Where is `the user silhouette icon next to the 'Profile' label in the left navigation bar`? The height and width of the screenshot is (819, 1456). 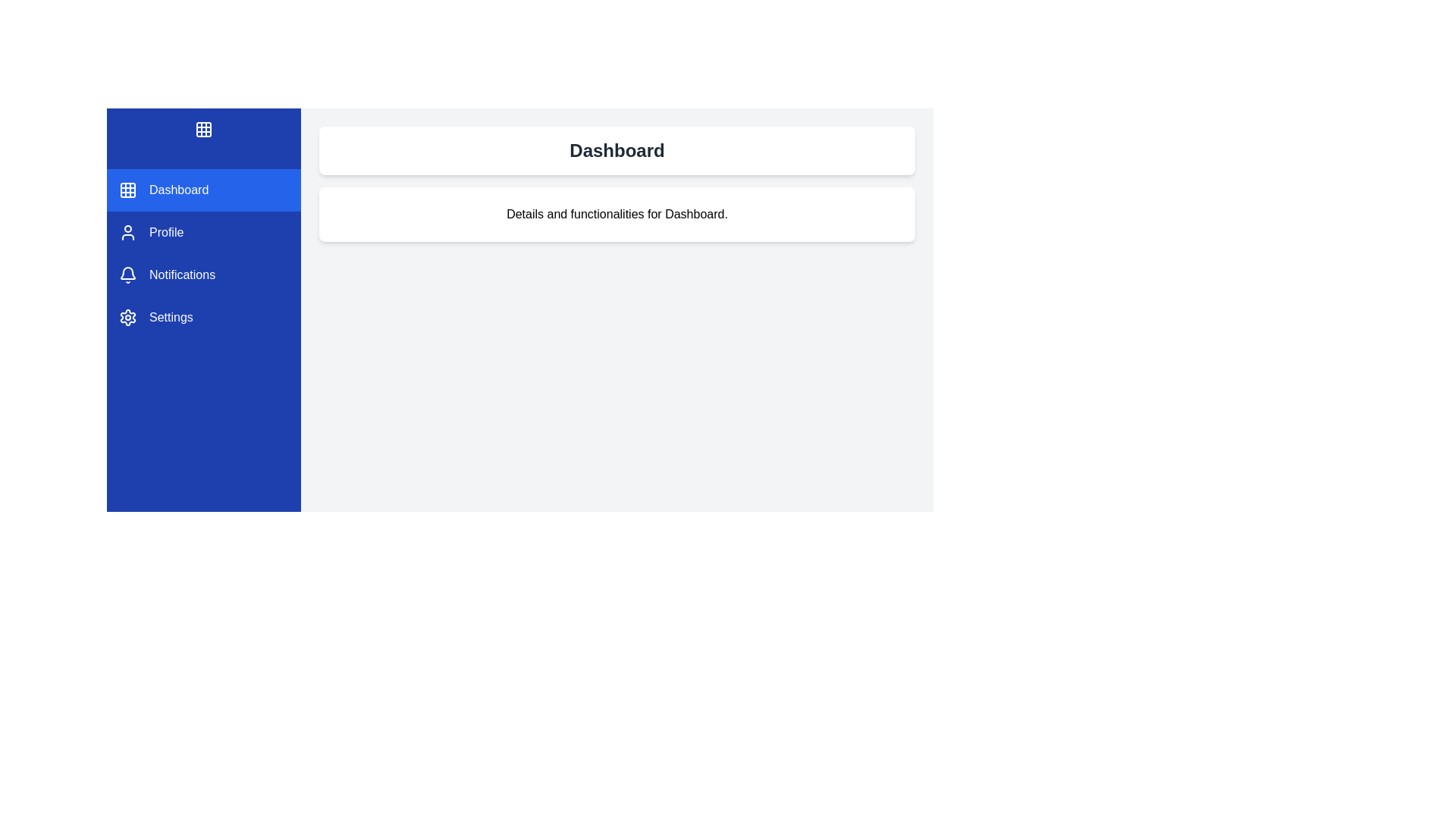 the user silhouette icon next to the 'Profile' label in the left navigation bar is located at coordinates (127, 233).